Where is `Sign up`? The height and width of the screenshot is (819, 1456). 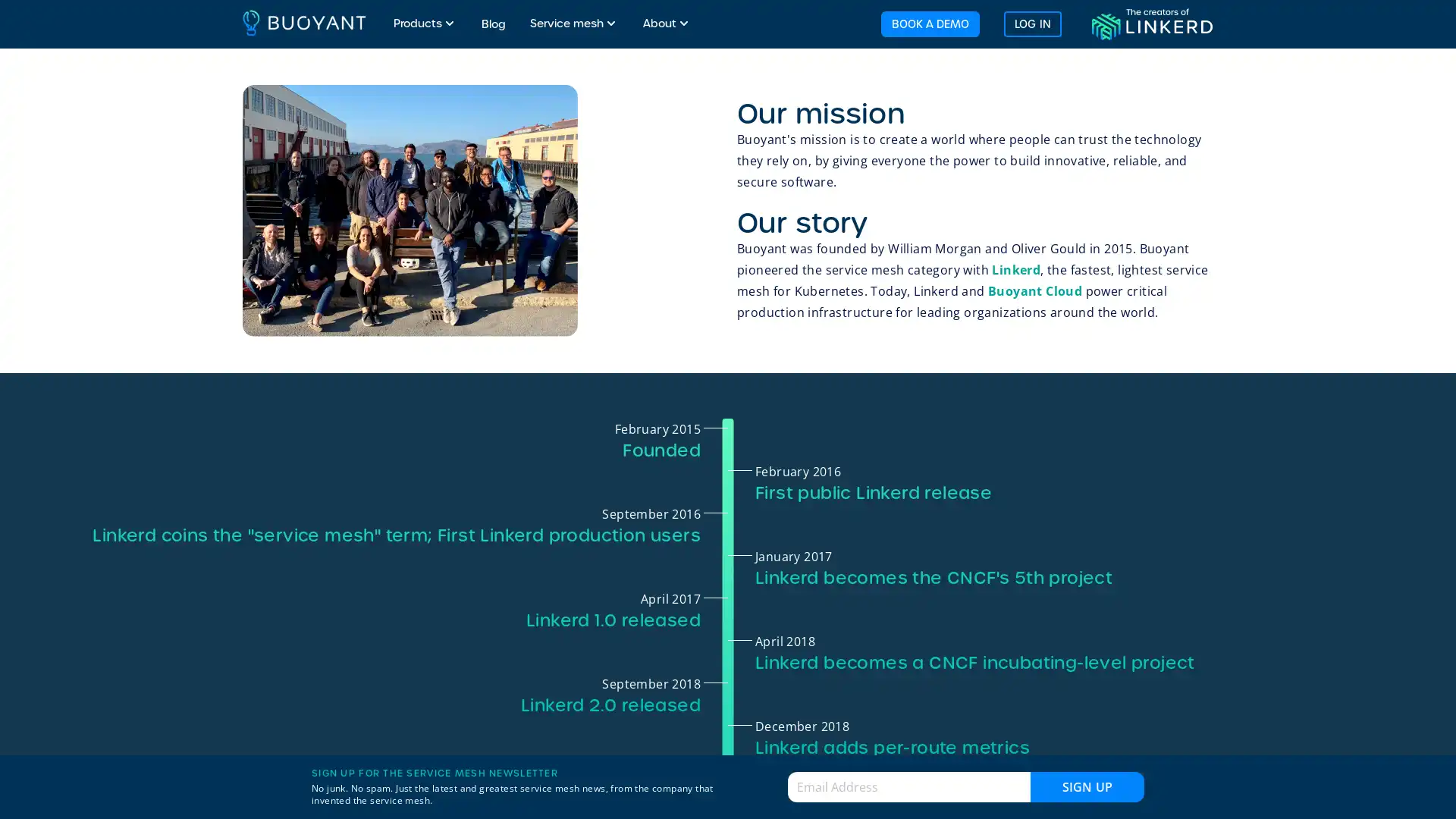 Sign up is located at coordinates (1087, 786).